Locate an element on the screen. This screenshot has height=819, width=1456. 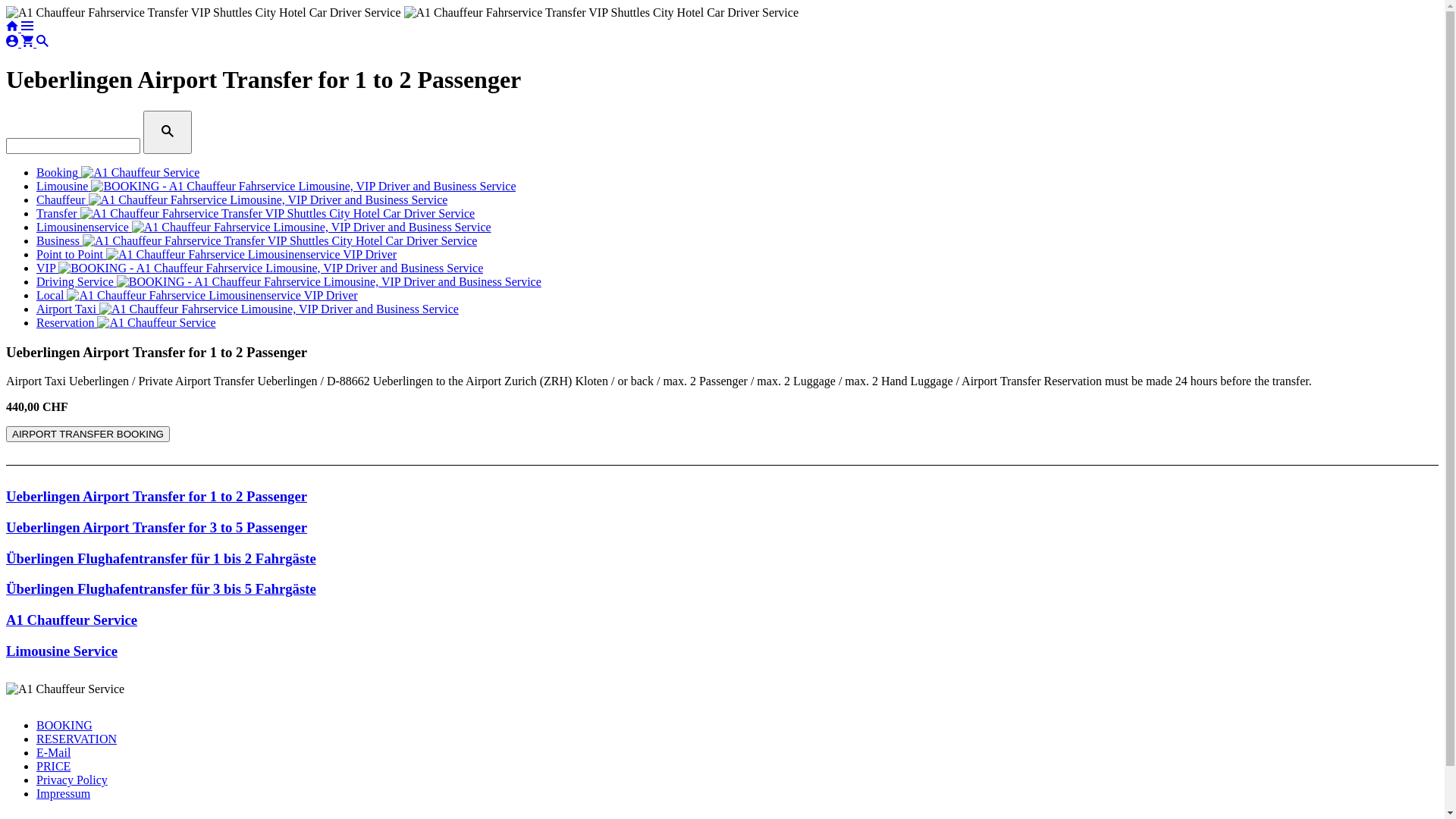
'Ueberlingen Airport Transfer for 1 to 2 Passenger' is located at coordinates (156, 496).